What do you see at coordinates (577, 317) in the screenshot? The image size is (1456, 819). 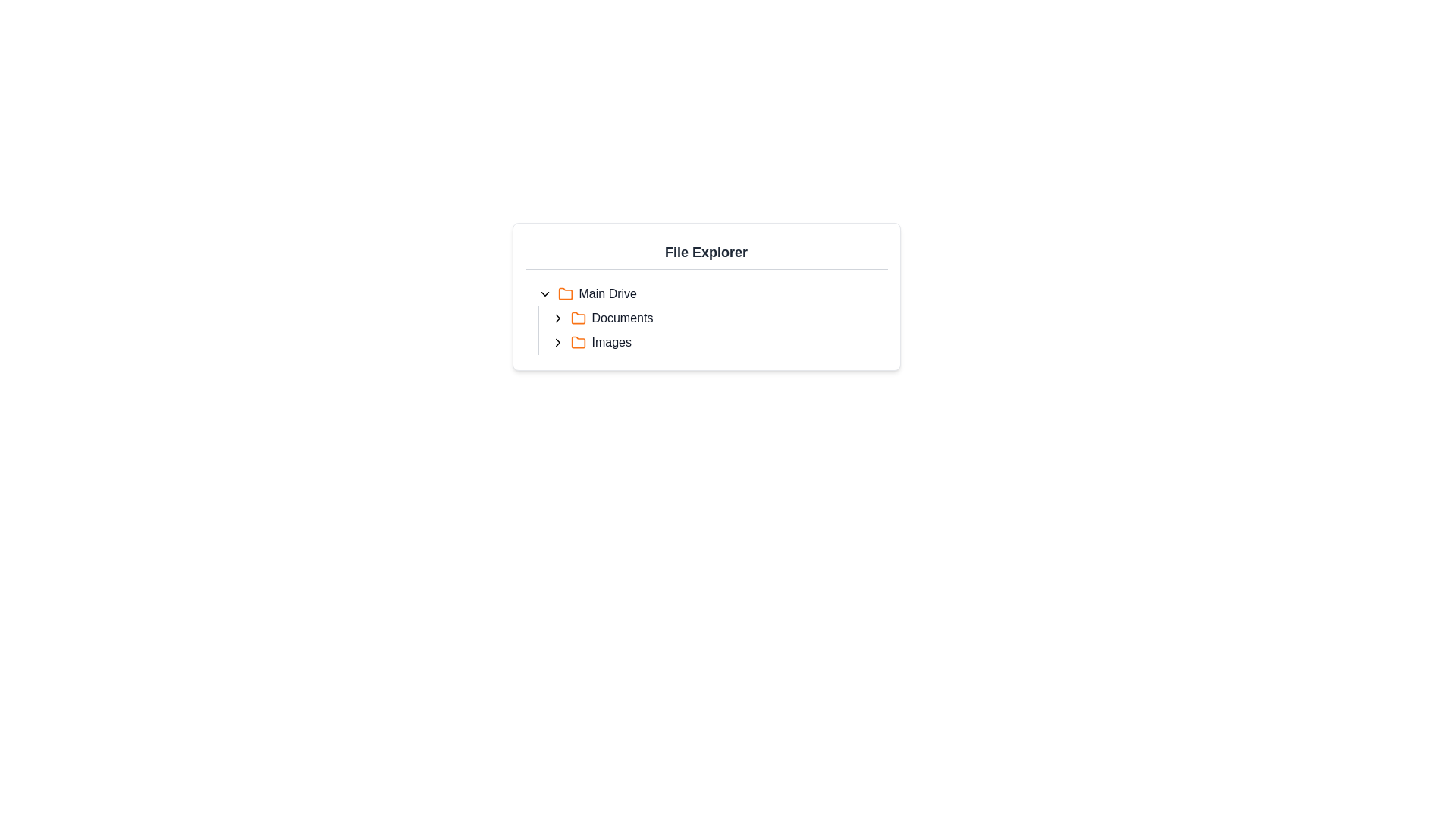 I see `the orange folder icon labeled 'Documents' in the file explorer interface, which is located under 'Main Drive' and above 'Images'` at bounding box center [577, 317].